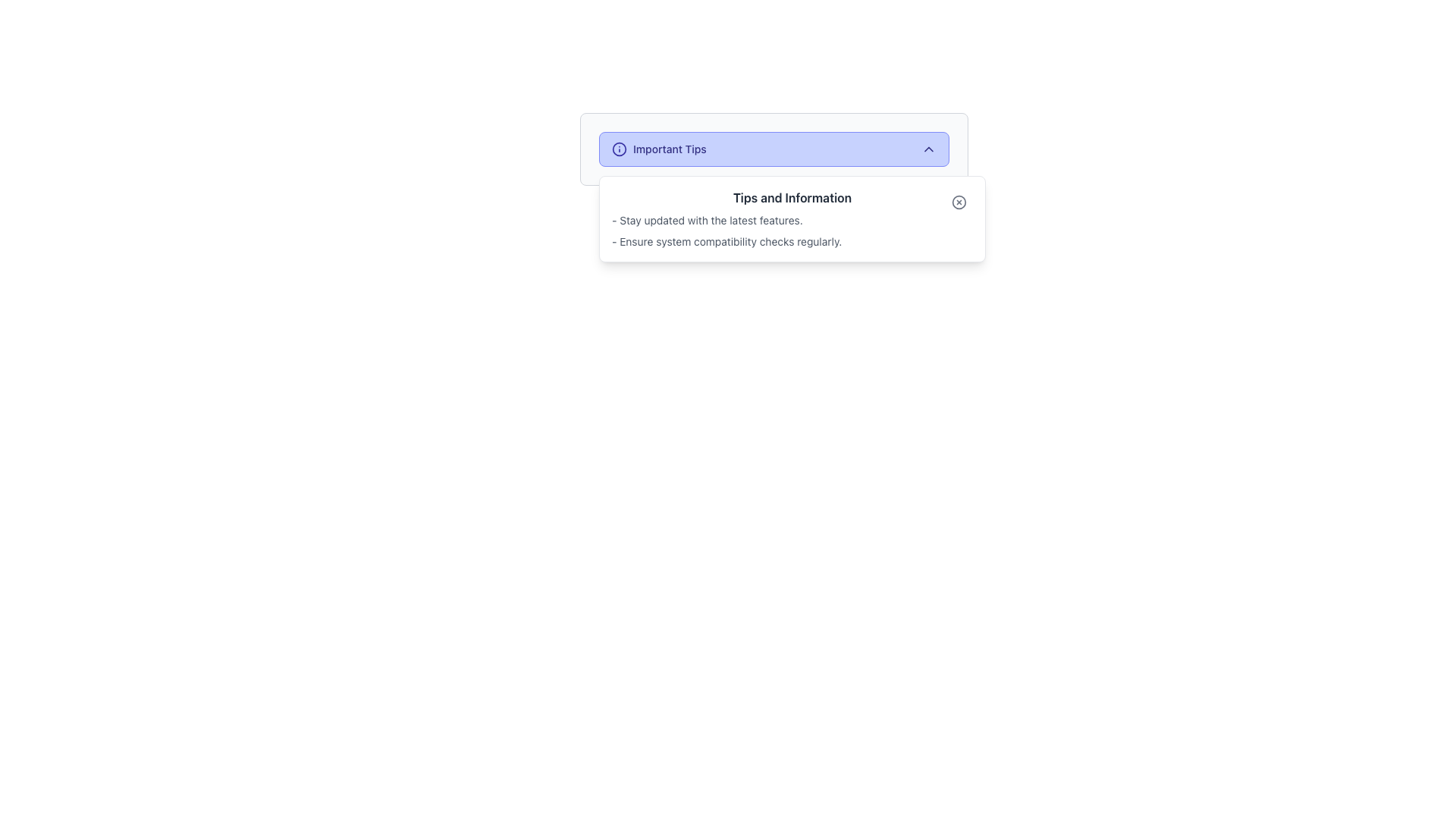 This screenshot has height=819, width=1456. What do you see at coordinates (726, 241) in the screenshot?
I see `text entry displaying the message '- Ensure system compatibility checks regularly.' located within the 'Tips and Information' card, positioned below another list item in a bulleted list` at bounding box center [726, 241].